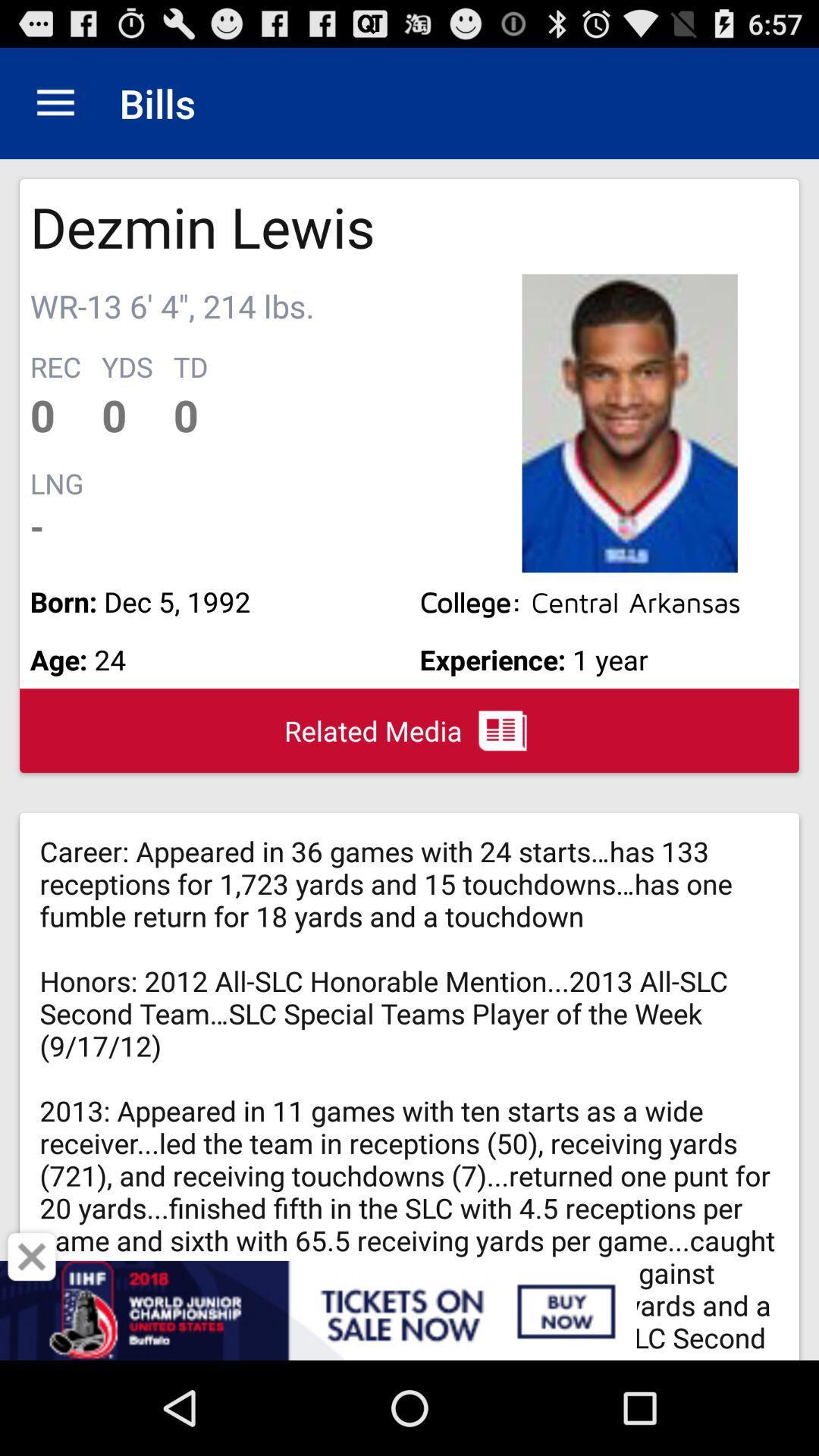 This screenshot has height=1456, width=819. I want to click on item below the related media icon, so click(409, 1310).